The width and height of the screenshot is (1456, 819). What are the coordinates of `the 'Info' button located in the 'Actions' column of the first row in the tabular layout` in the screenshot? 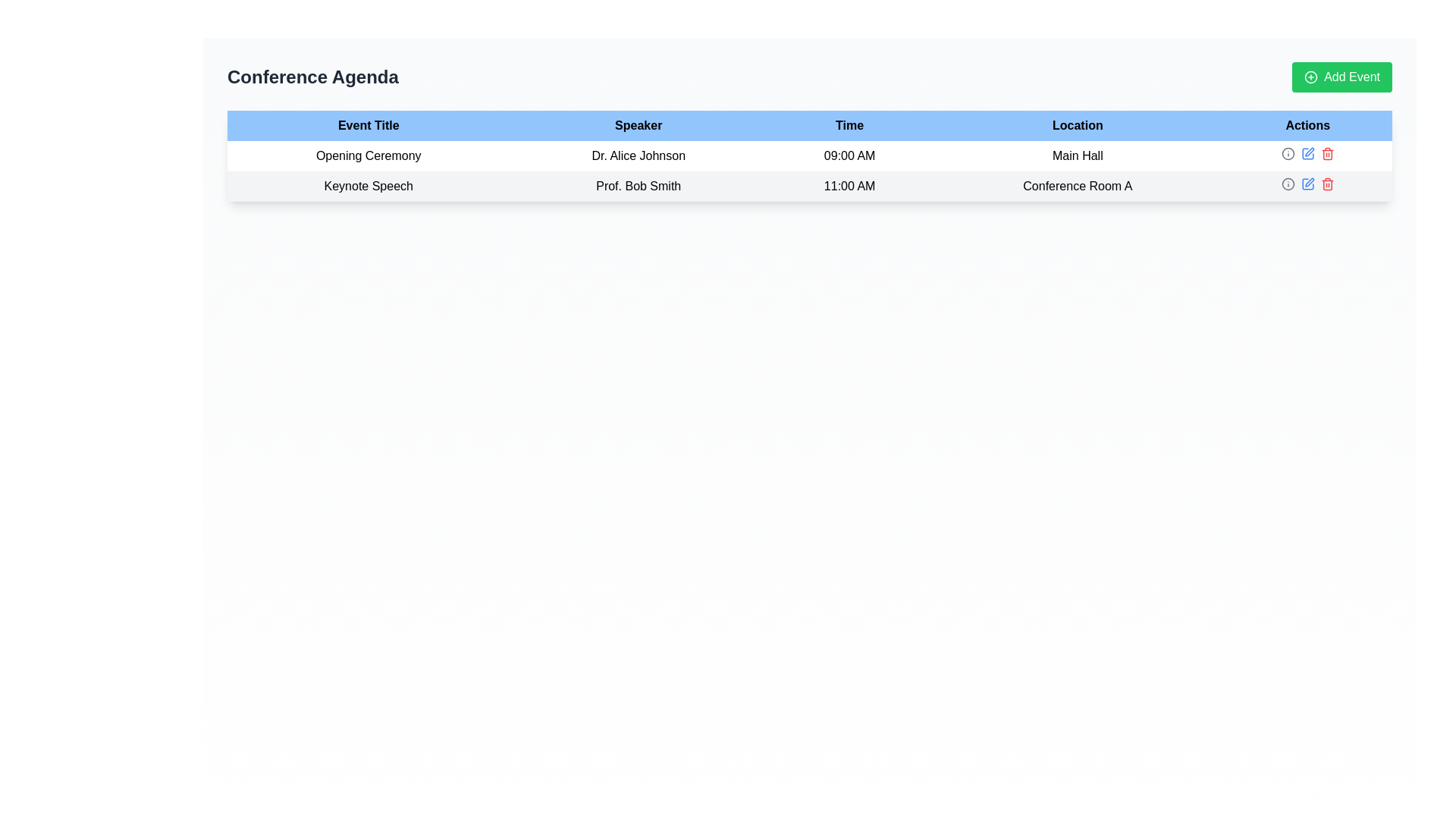 It's located at (1287, 154).